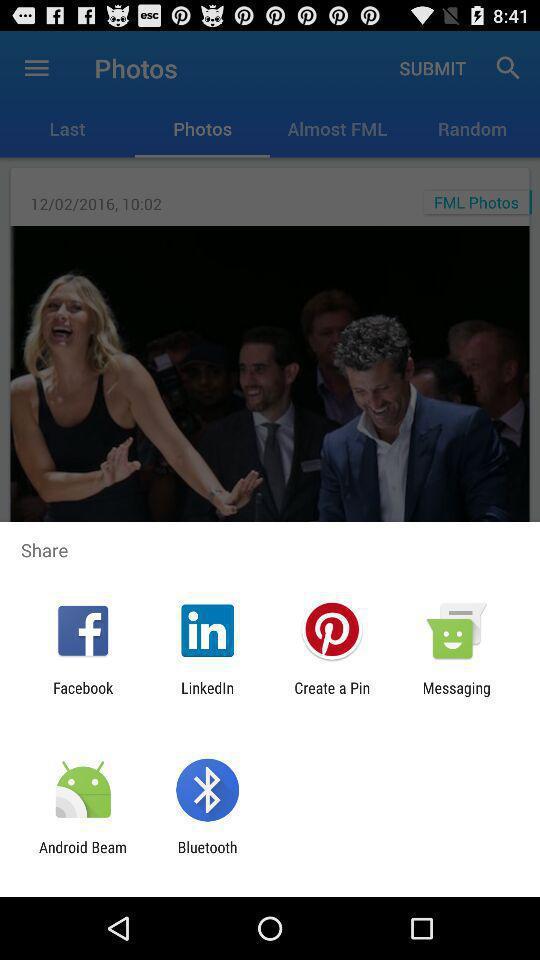 Image resolution: width=540 pixels, height=960 pixels. I want to click on the bluetooth app, so click(206, 855).